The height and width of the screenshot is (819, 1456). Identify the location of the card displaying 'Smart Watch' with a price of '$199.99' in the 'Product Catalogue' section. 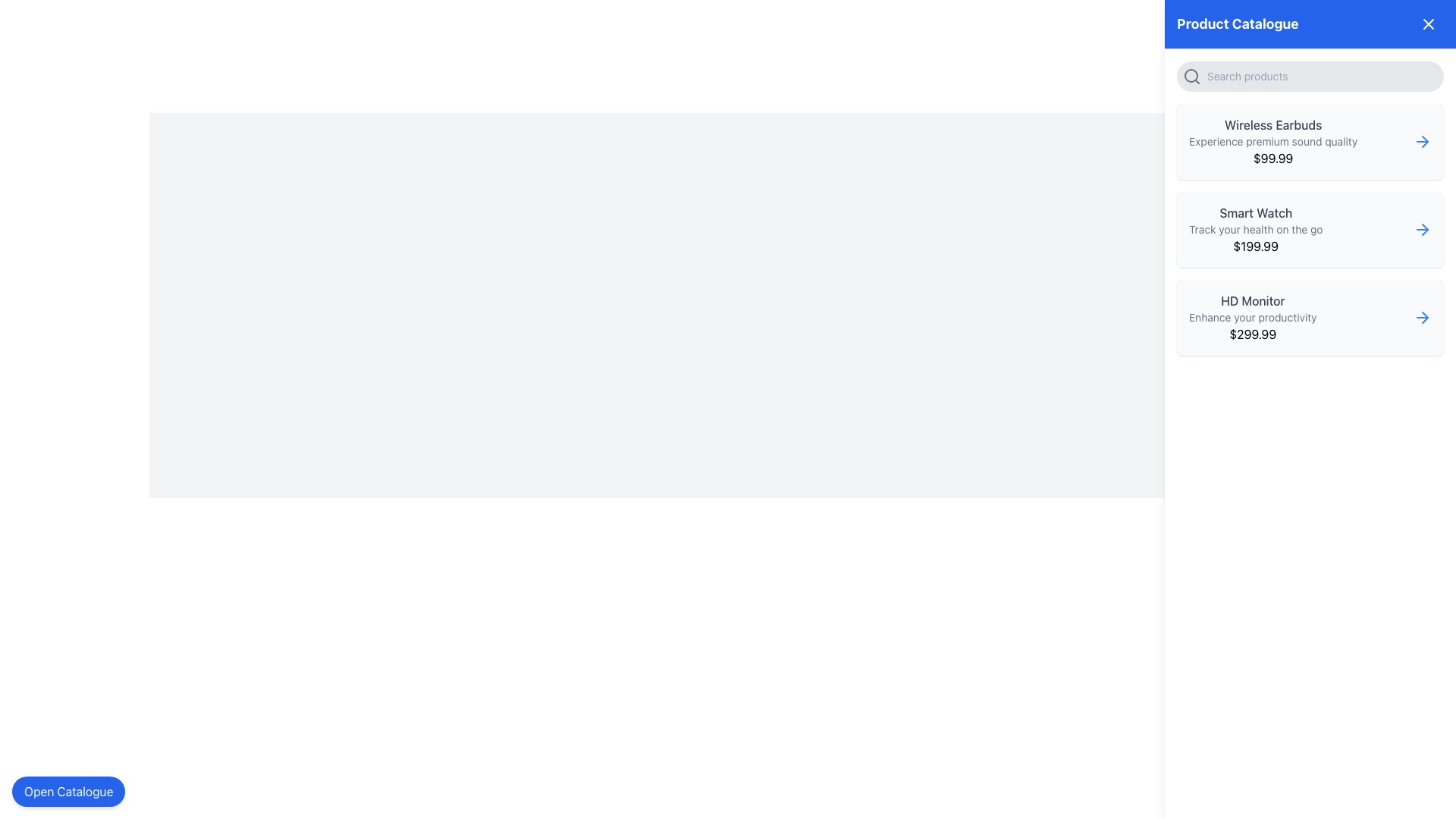
(1310, 230).